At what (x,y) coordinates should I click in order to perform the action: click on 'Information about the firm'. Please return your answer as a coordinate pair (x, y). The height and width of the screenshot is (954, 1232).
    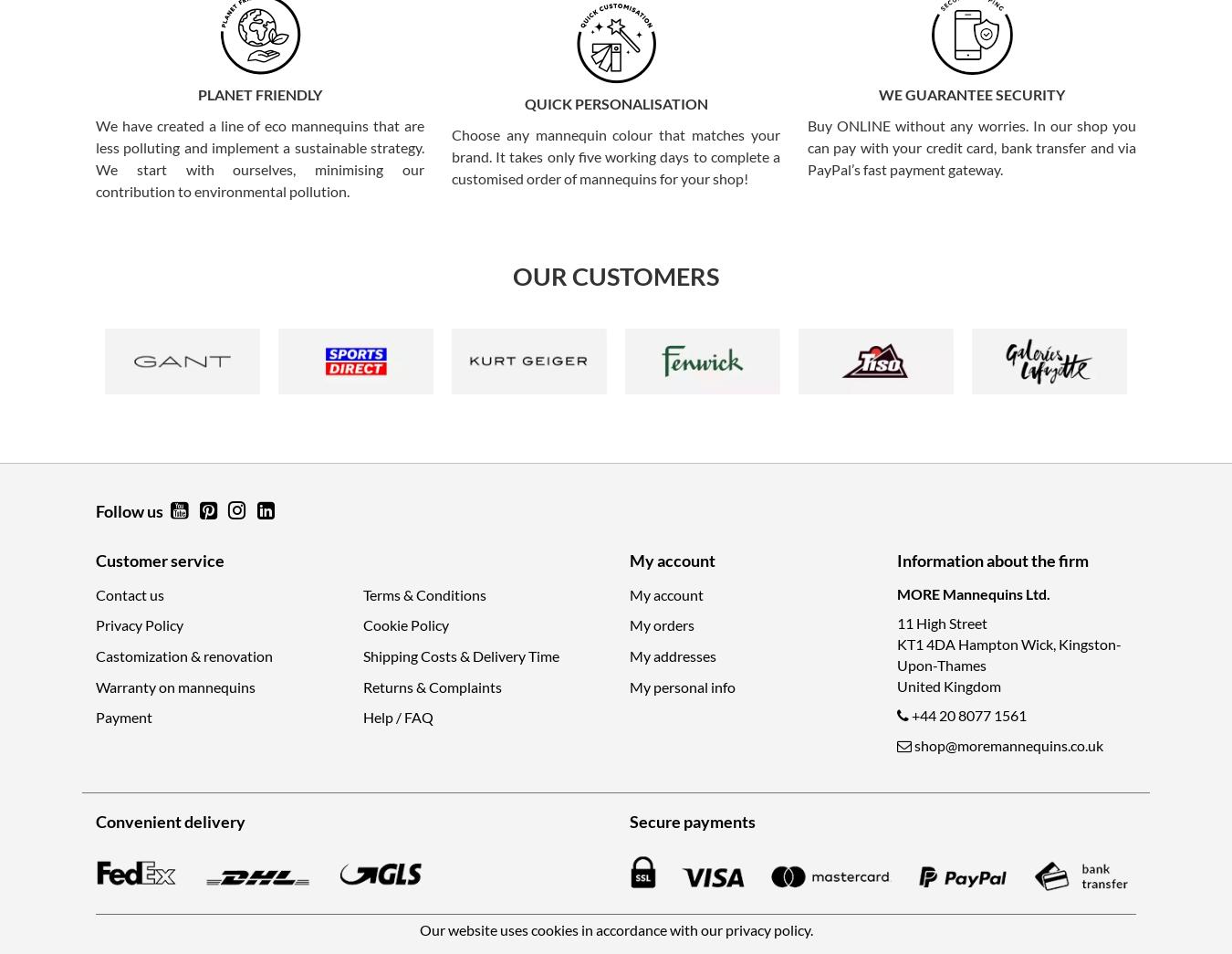
    Looking at the image, I should click on (992, 558).